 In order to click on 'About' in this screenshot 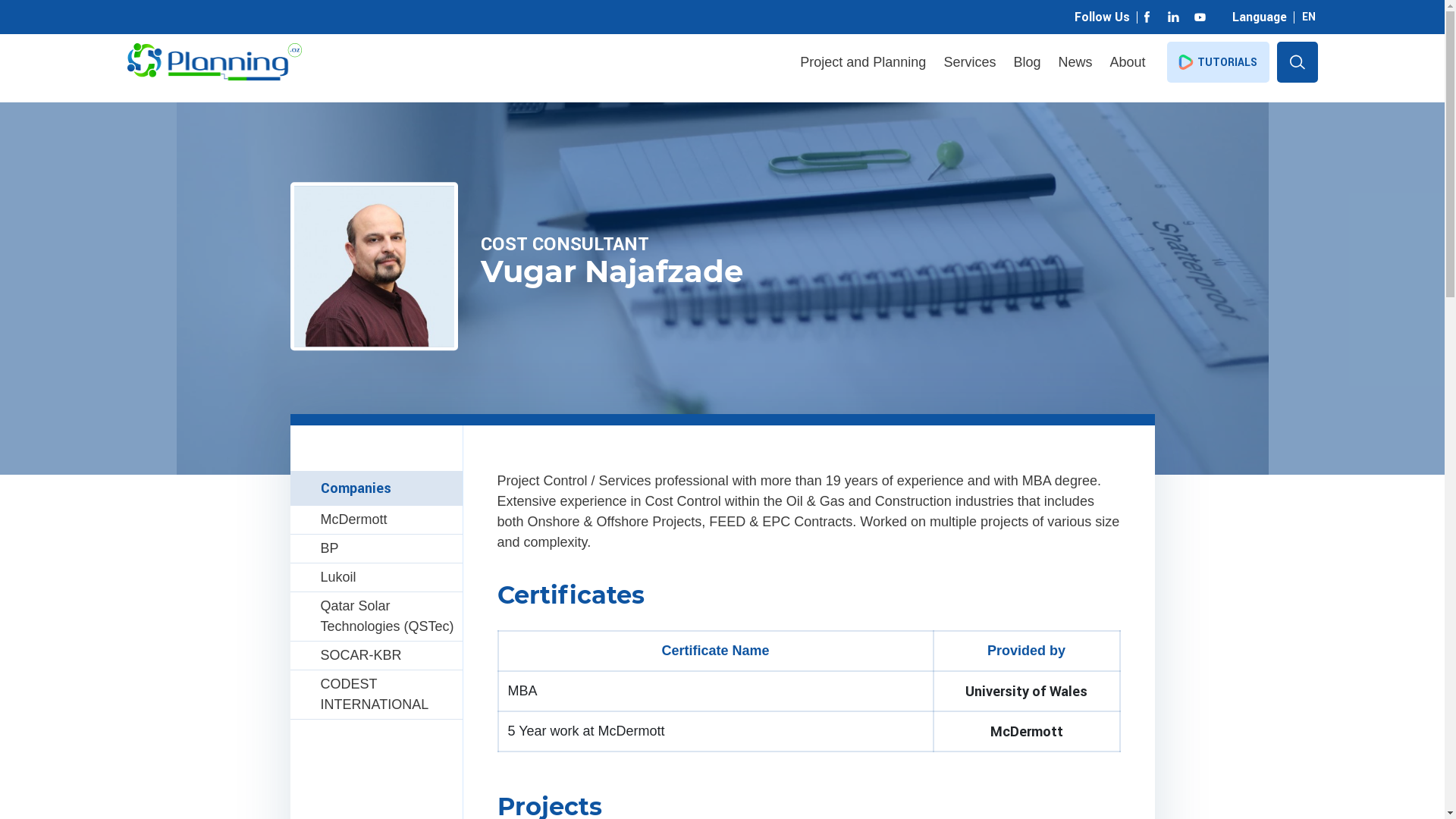, I will do `click(1127, 61)`.